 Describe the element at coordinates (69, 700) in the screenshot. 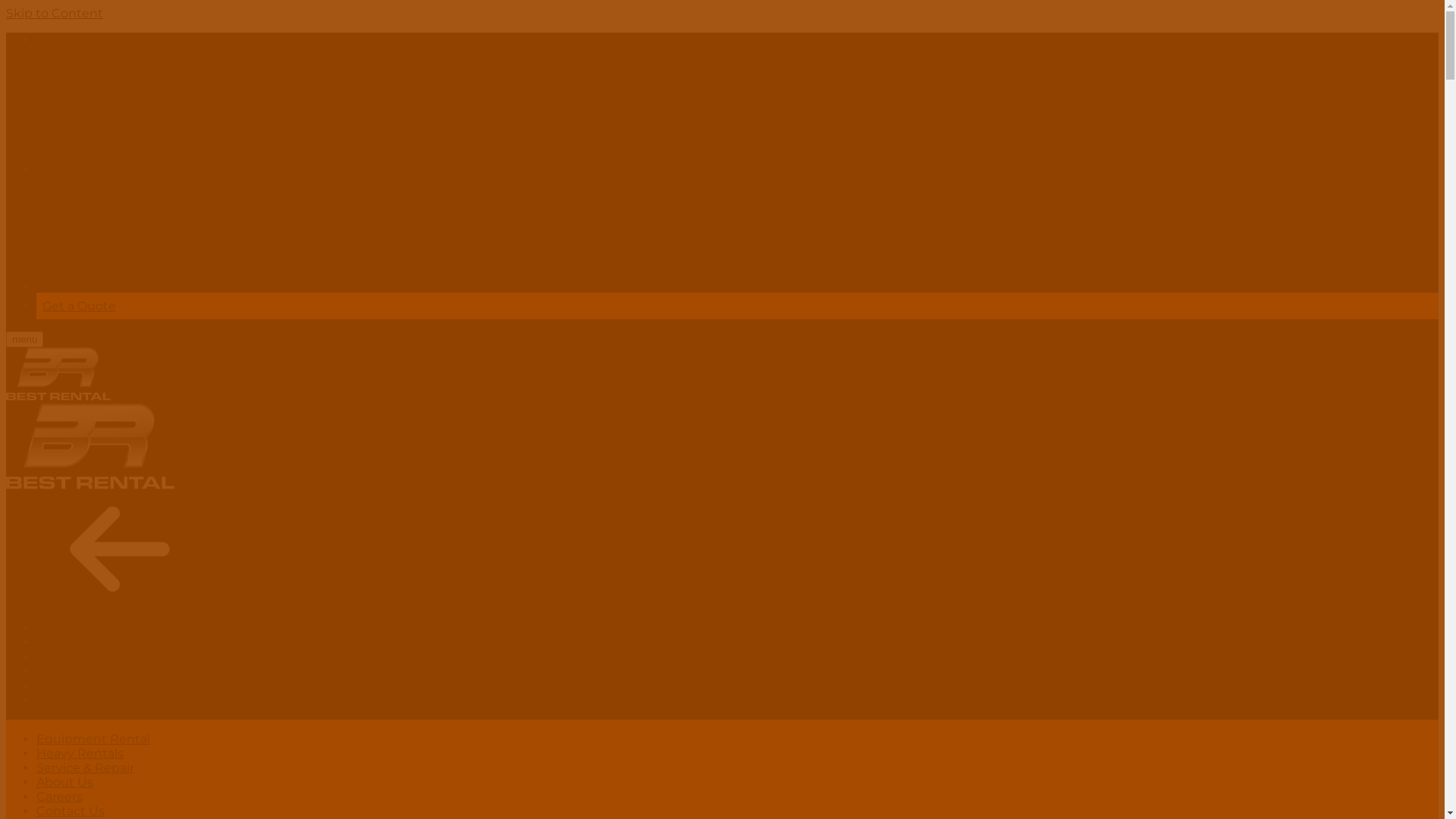

I see `'Contact Us'` at that location.